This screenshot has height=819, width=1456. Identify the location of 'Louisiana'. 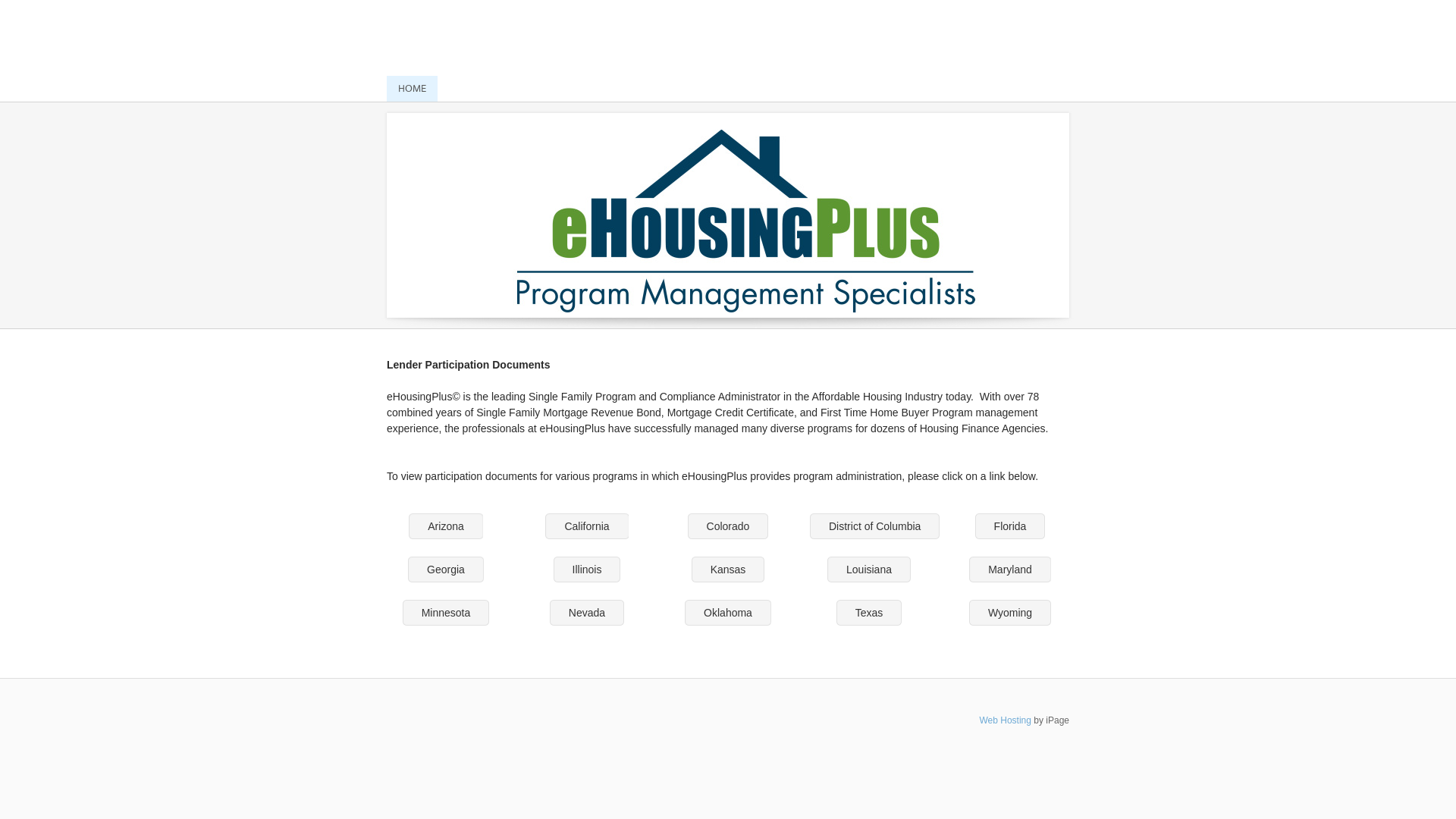
(869, 570).